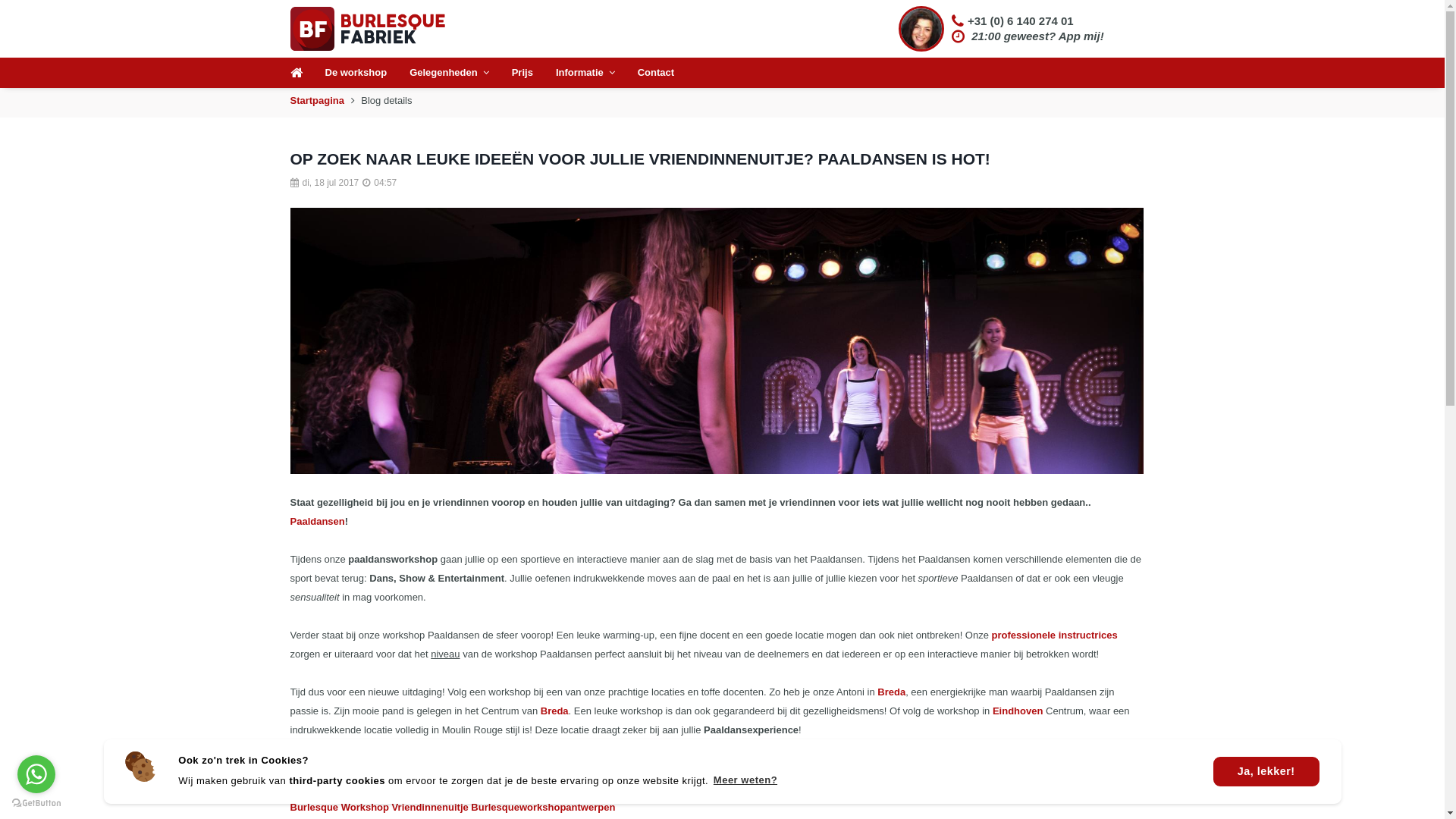 This screenshot has width=1456, height=819. I want to click on 'Prijs', so click(522, 73).